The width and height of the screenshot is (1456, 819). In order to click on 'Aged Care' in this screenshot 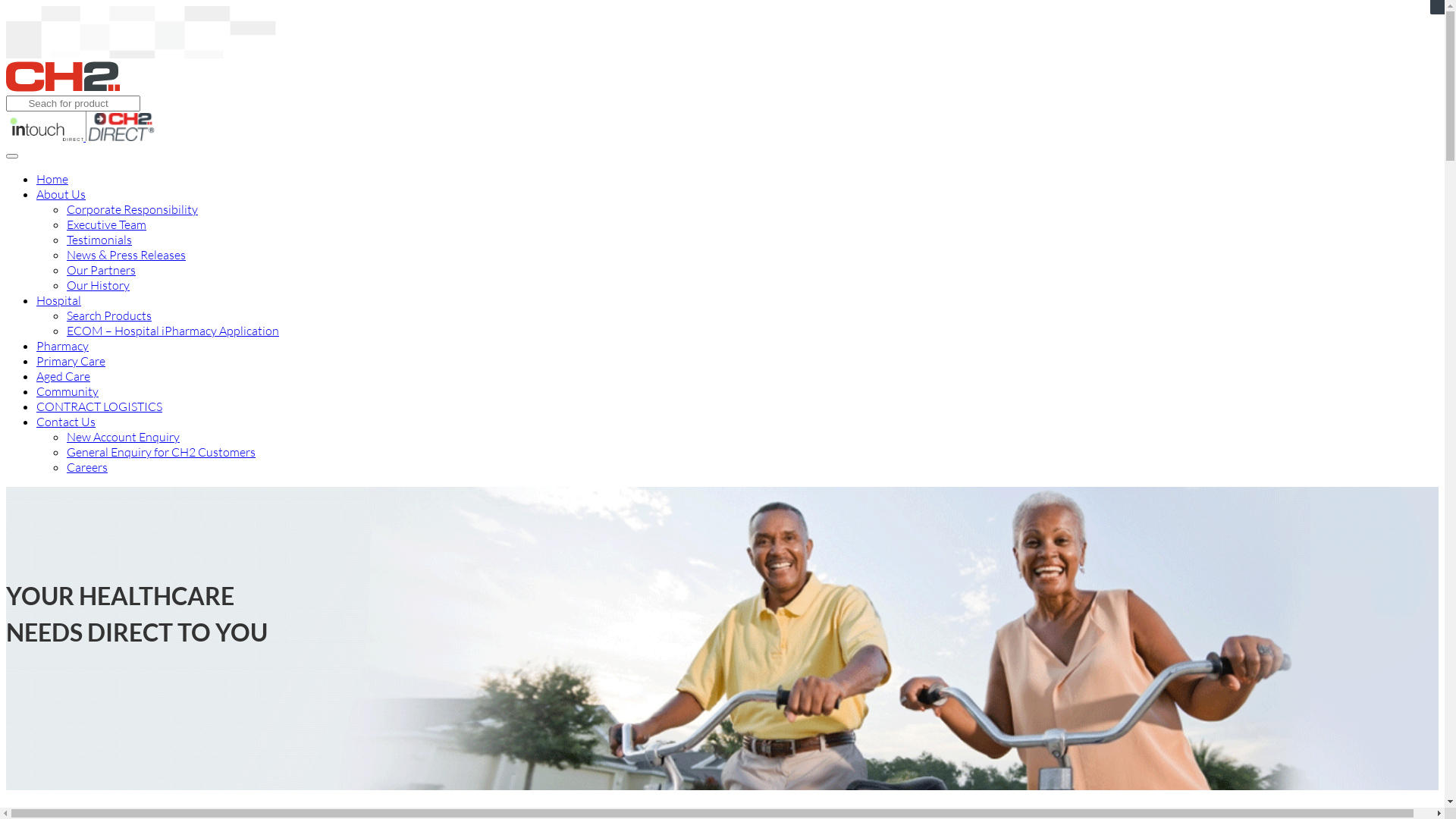, I will do `click(62, 375)`.